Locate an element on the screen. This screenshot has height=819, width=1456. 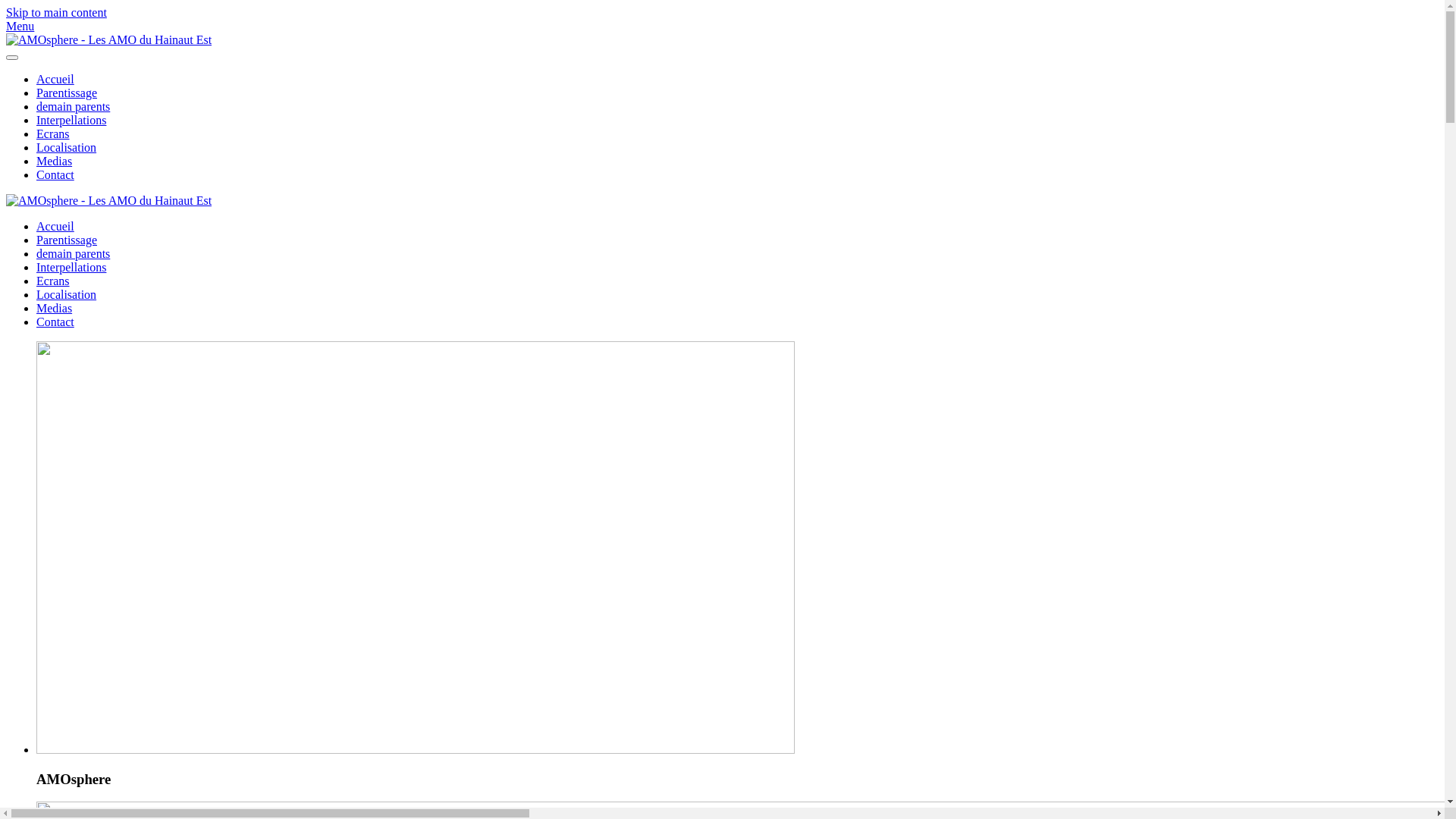
'Localisation' is located at coordinates (65, 147).